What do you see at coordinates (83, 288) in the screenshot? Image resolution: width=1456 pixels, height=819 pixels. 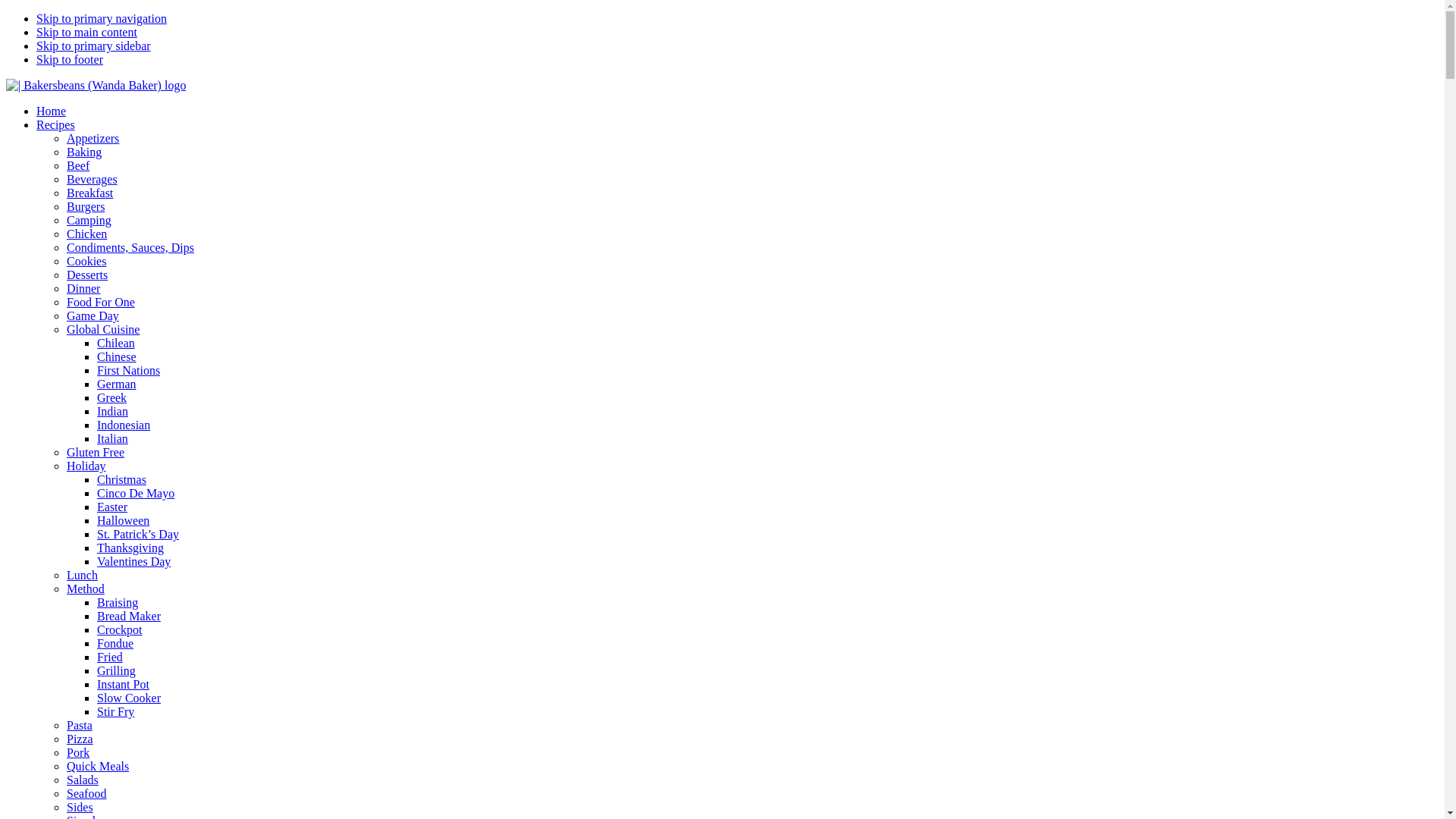 I see `'Dinner'` at bounding box center [83, 288].